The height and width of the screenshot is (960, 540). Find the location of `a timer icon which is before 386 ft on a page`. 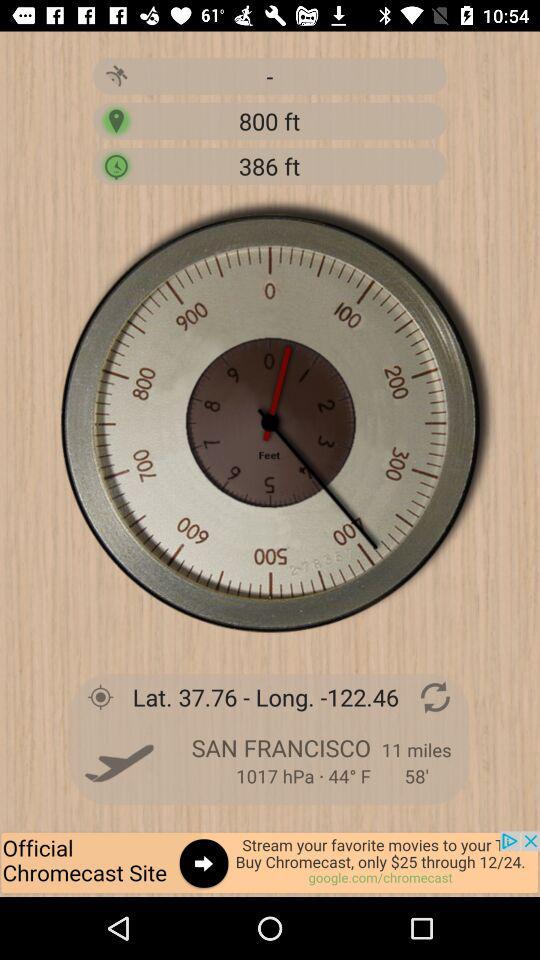

a timer icon which is before 386 ft on a page is located at coordinates (116, 164).